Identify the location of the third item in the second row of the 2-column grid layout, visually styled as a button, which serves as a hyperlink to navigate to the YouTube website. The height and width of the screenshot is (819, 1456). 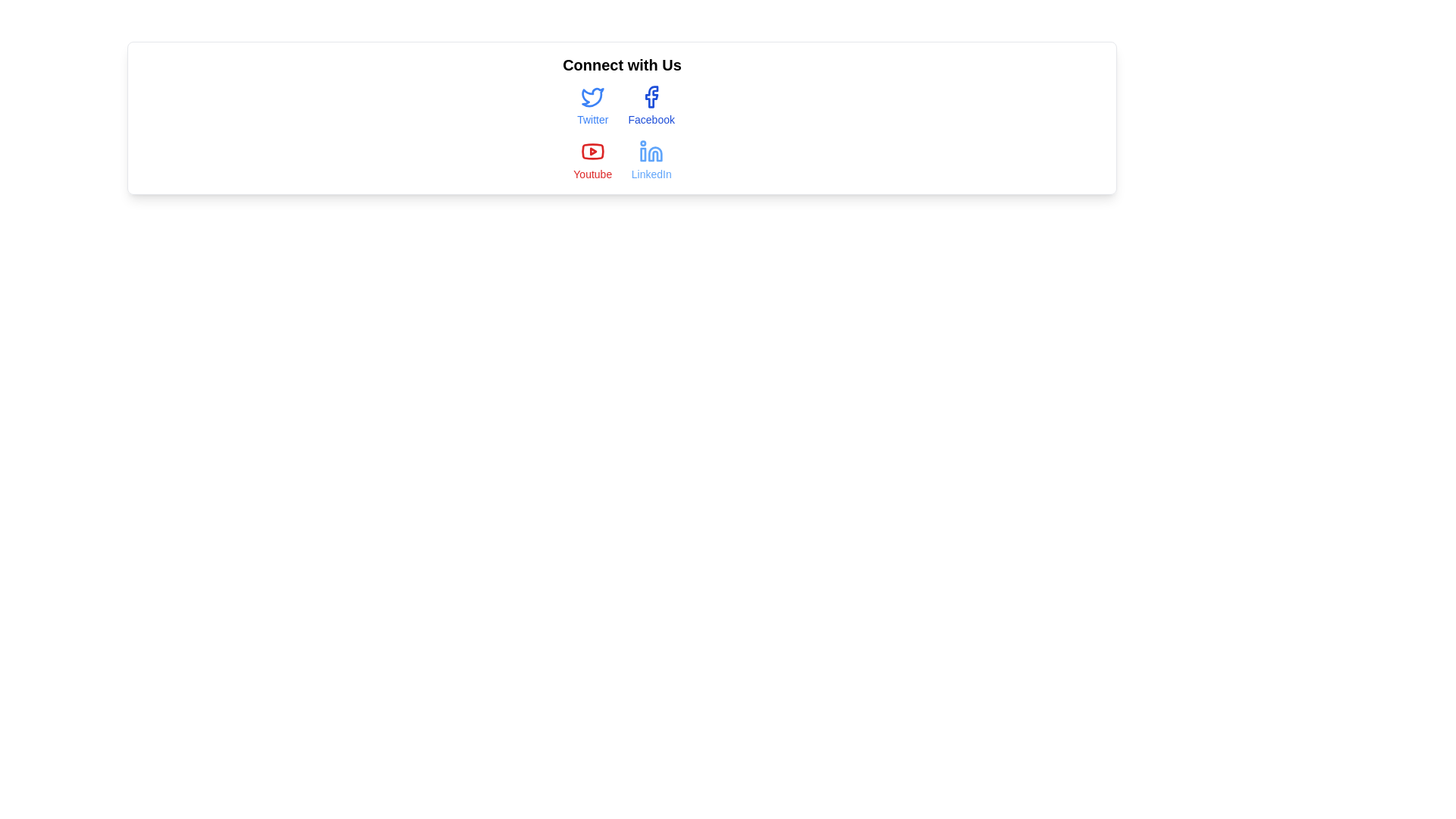
(591, 161).